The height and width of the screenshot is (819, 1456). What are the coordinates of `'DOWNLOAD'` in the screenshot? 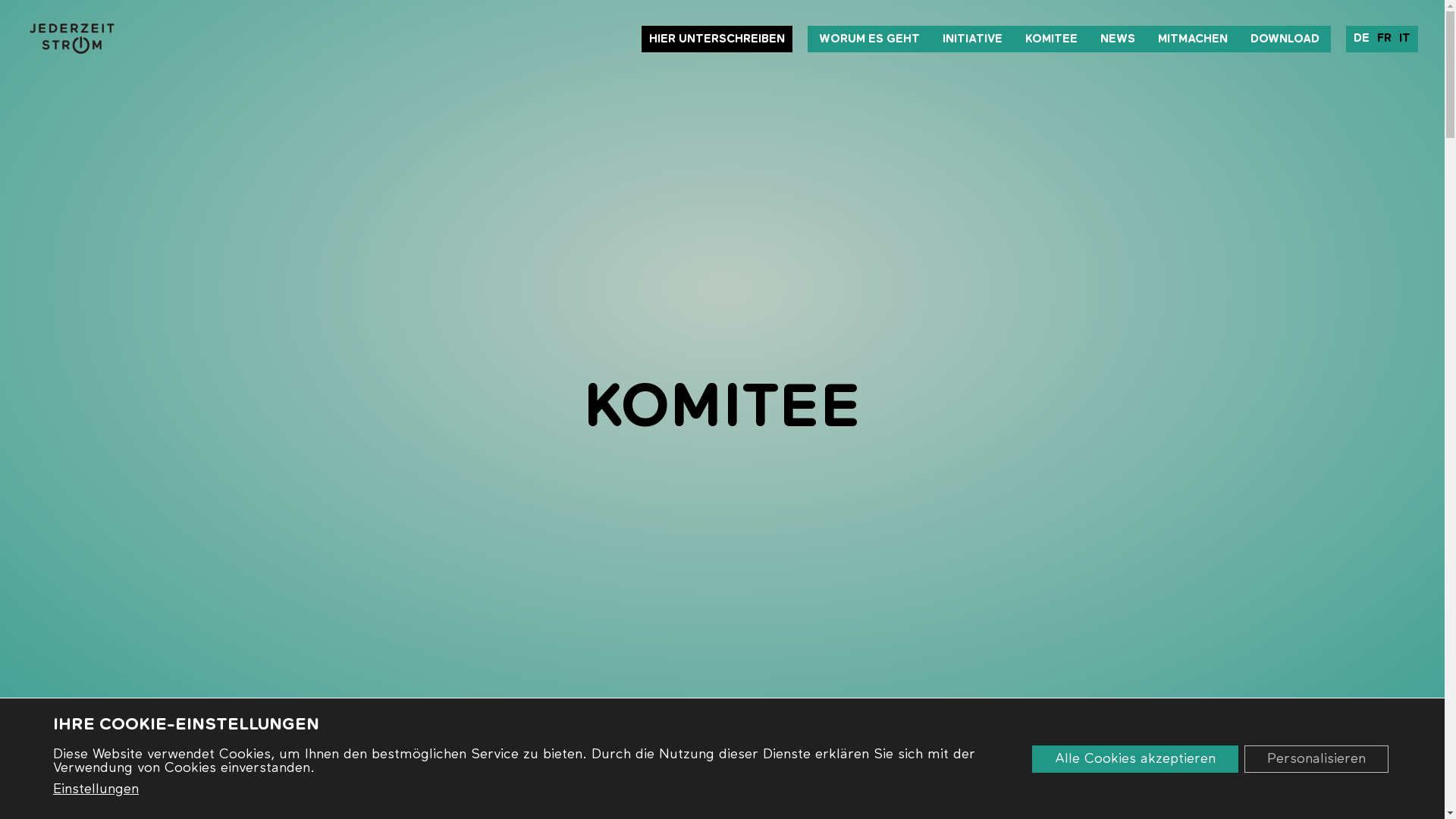 It's located at (1284, 38).